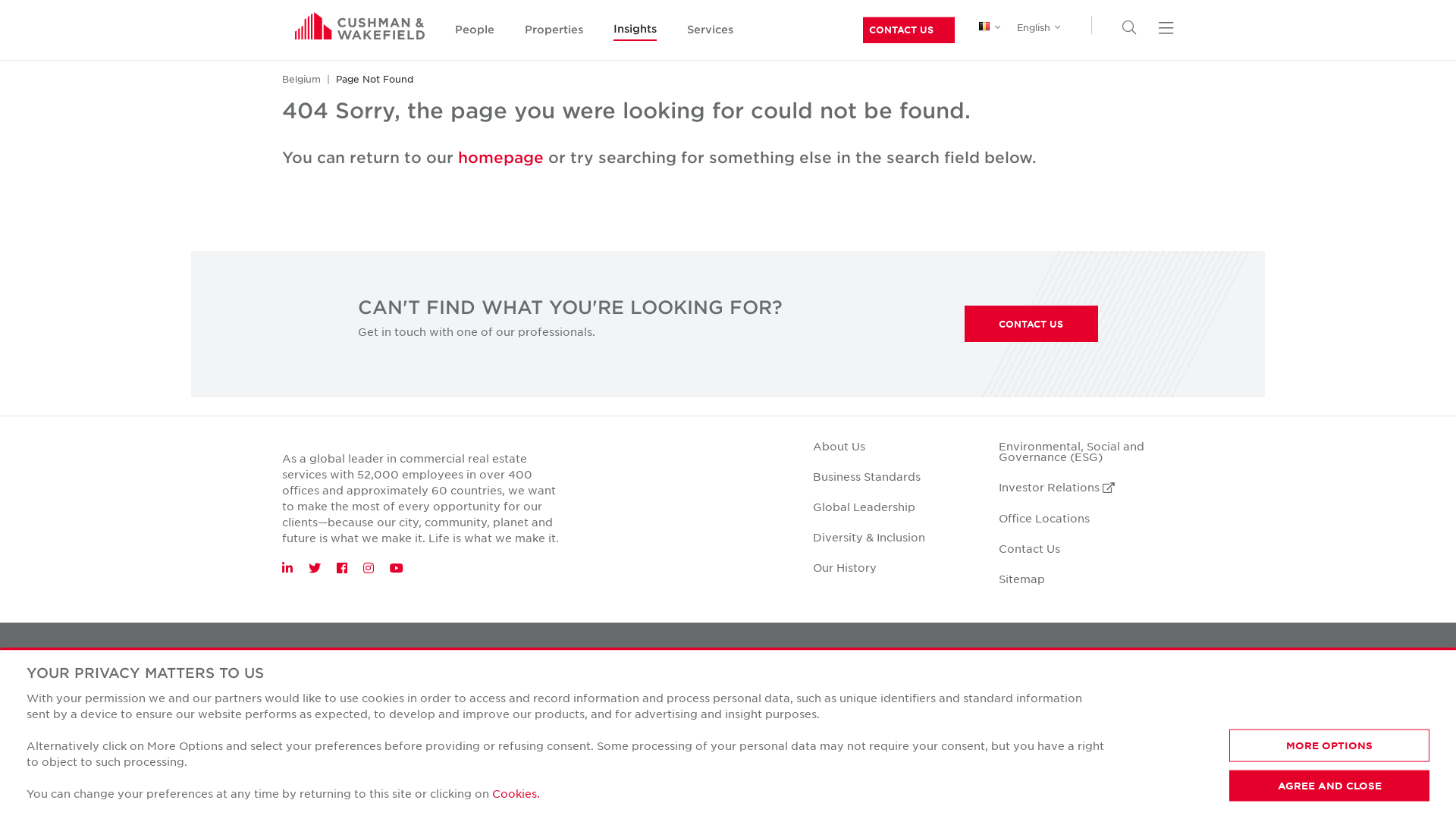  What do you see at coordinates (503, 157) in the screenshot?
I see `'homepage '` at bounding box center [503, 157].